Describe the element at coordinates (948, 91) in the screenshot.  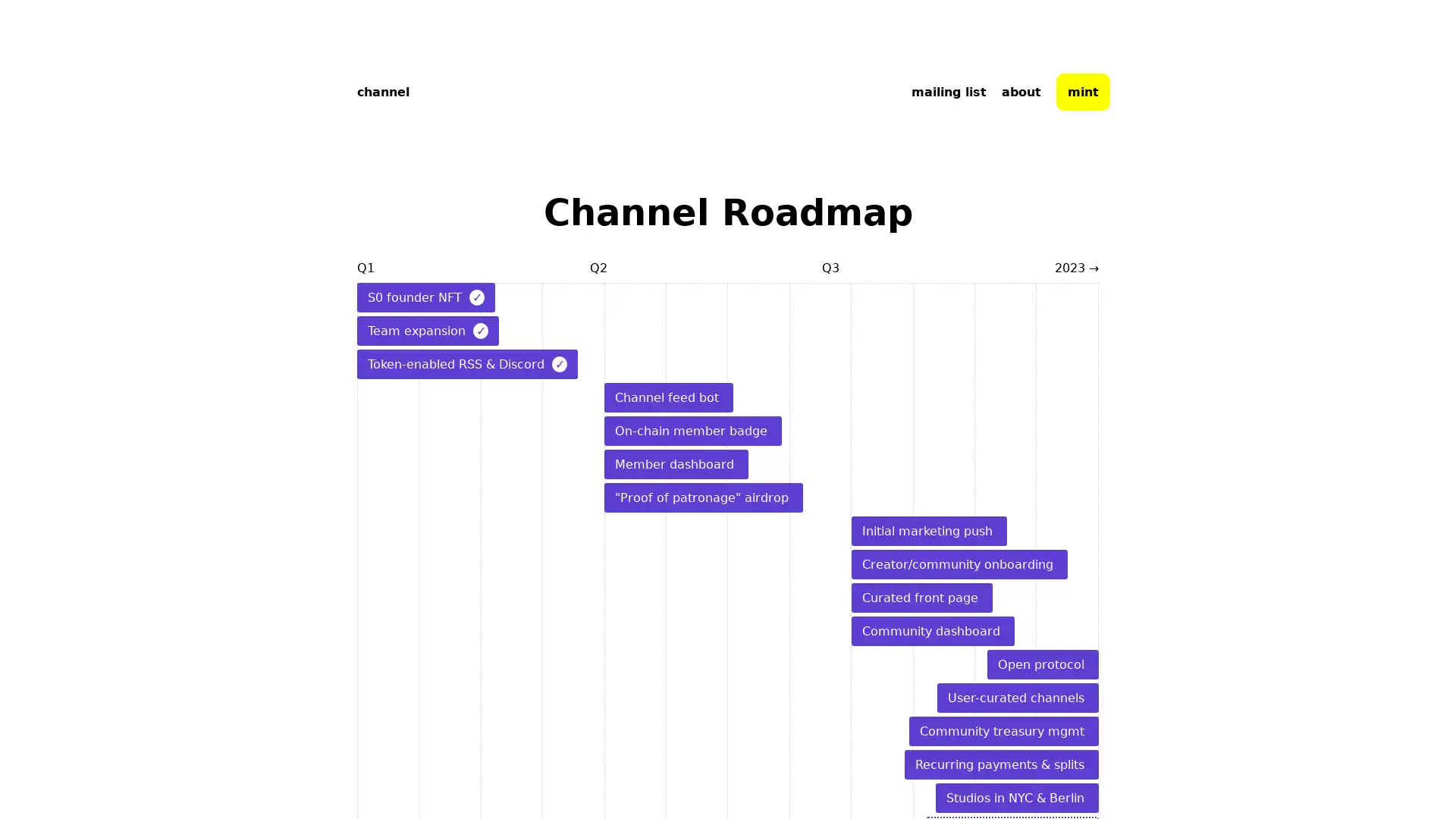
I see `mailing list` at that location.